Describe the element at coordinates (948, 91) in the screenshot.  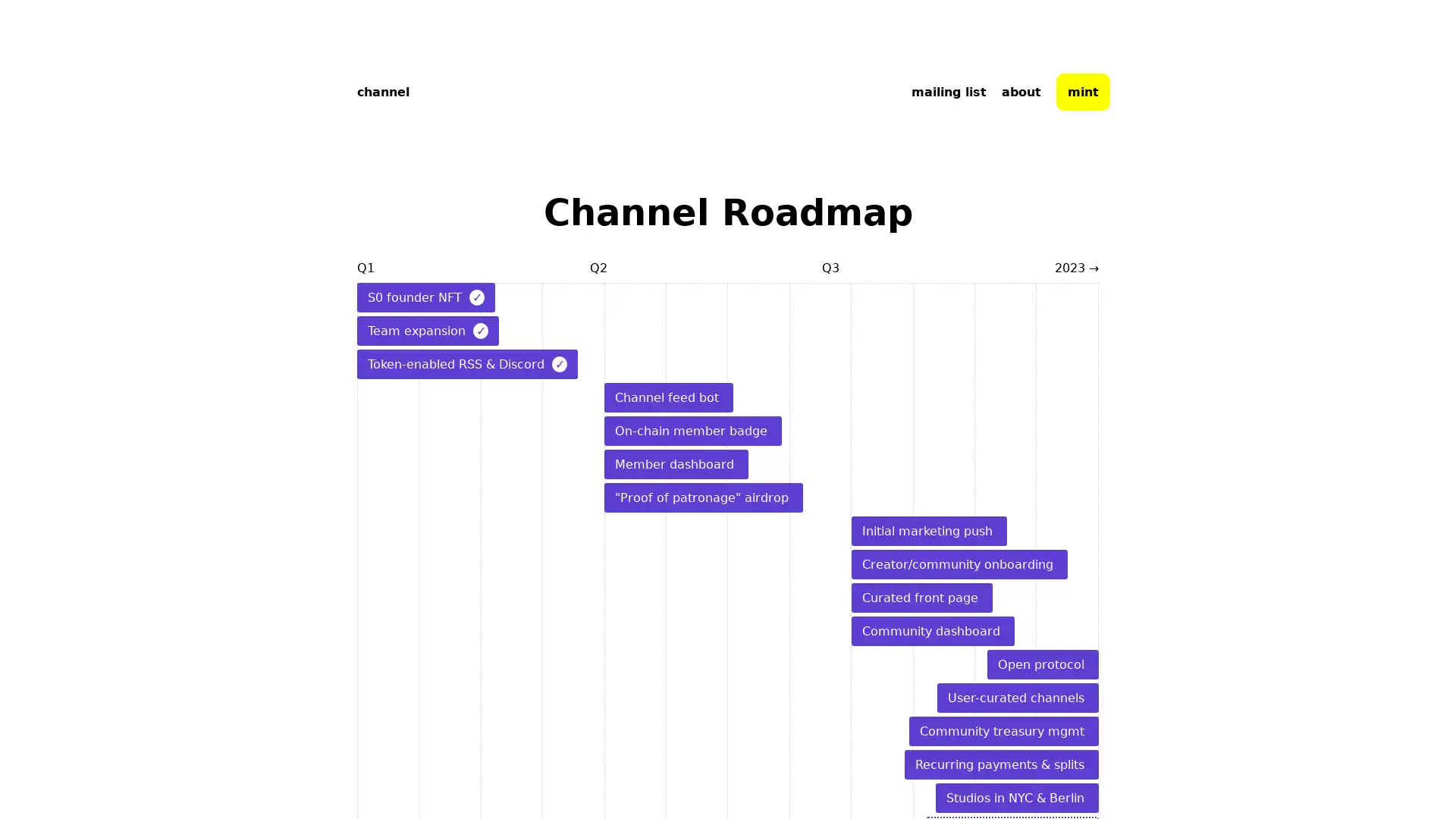
I see `mailing list` at that location.